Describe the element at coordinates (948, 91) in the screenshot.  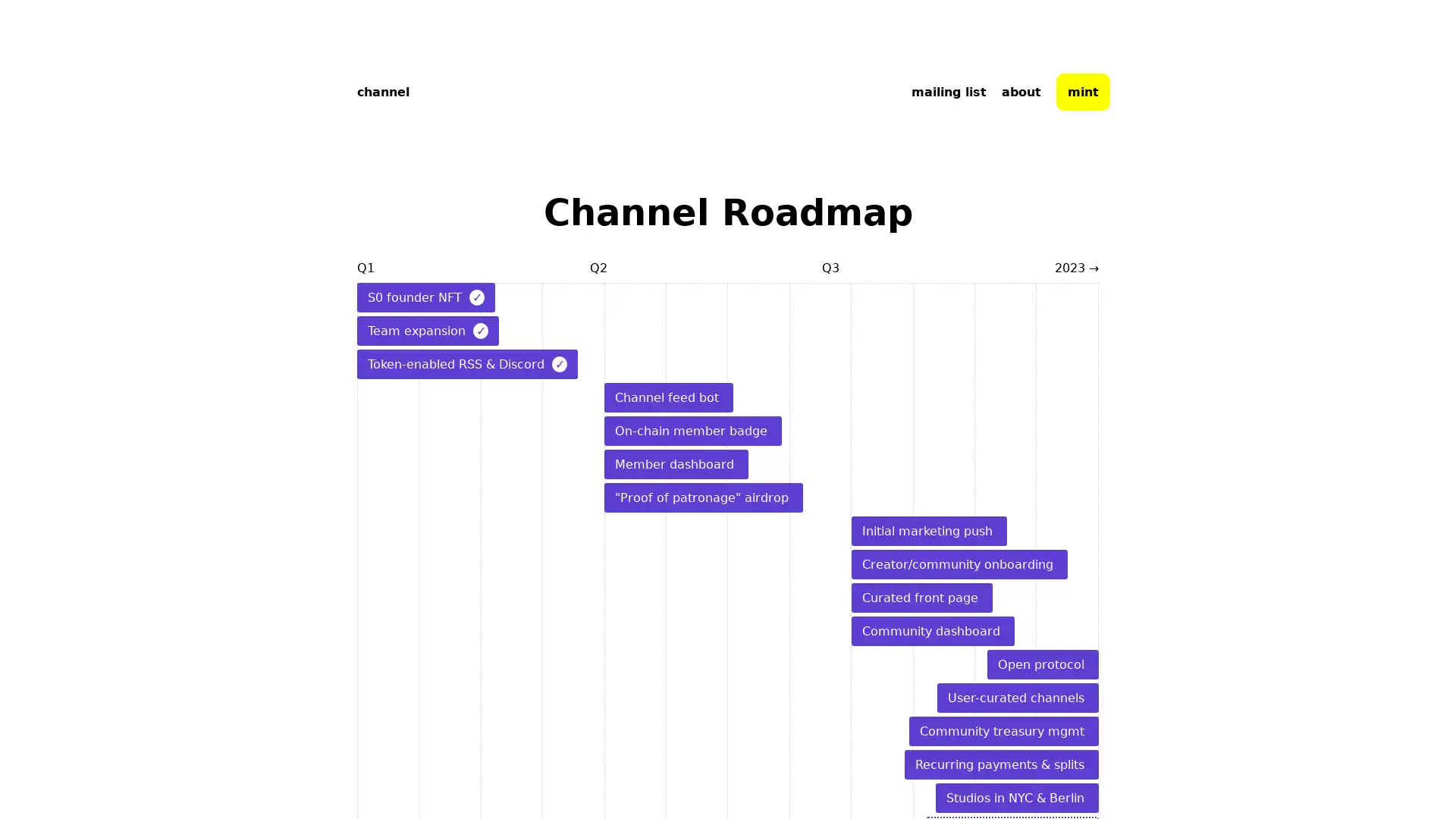
I see `mailing list` at that location.